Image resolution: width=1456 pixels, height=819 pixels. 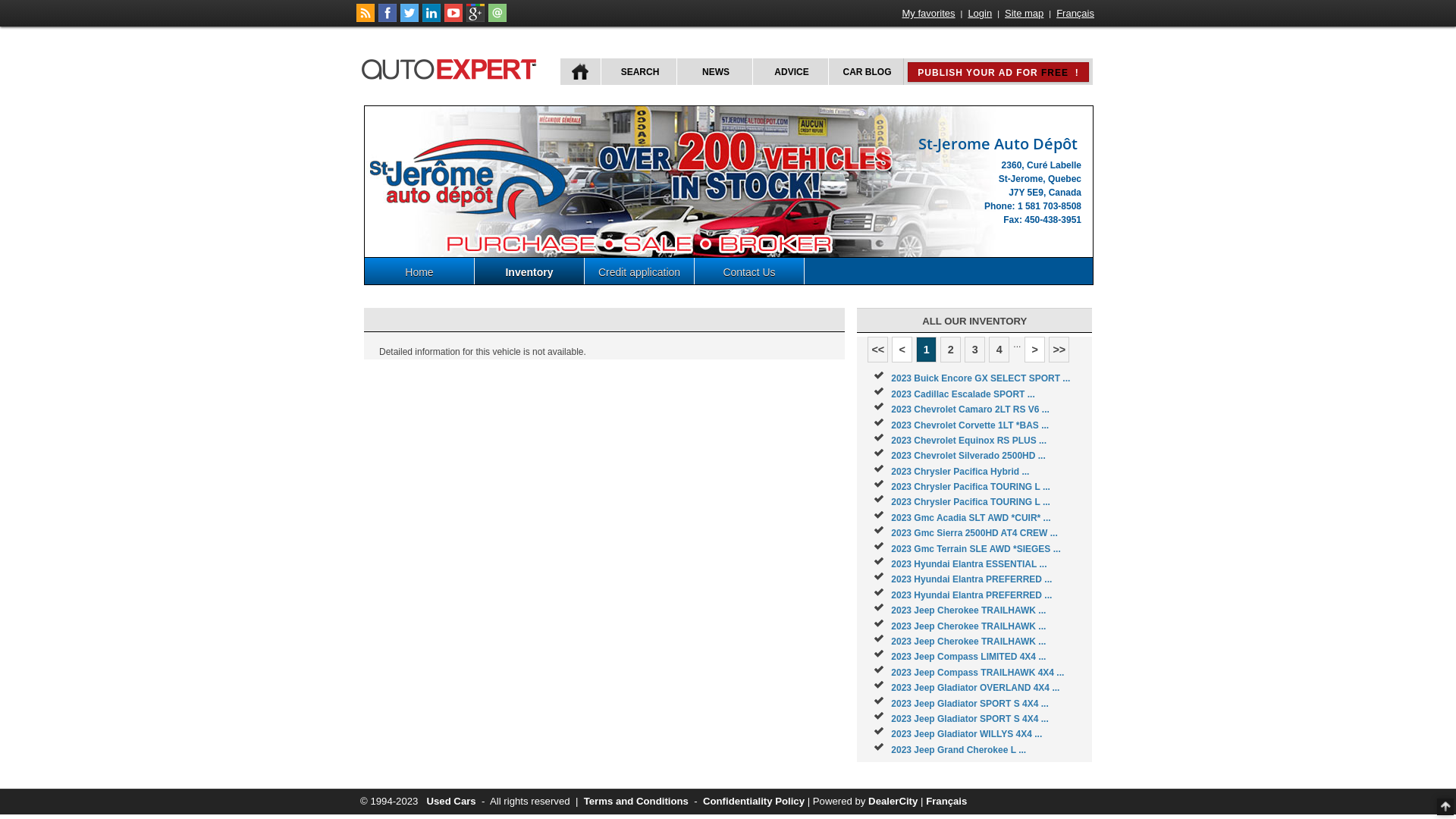 I want to click on '2023 Jeep Gladiator SPORT S 4X4 ...', so click(x=968, y=718).